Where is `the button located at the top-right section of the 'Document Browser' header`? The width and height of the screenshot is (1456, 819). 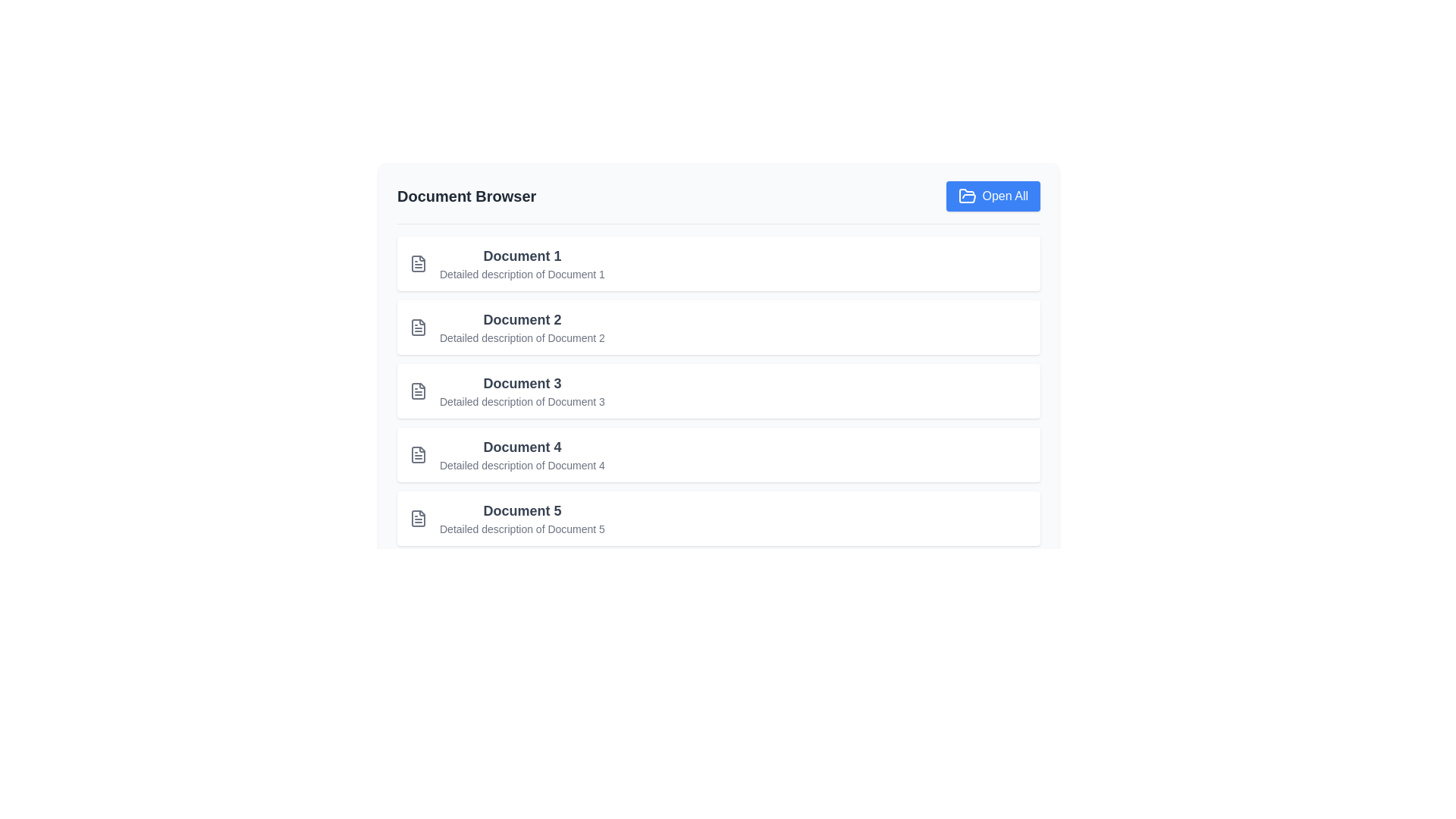 the button located at the top-right section of the 'Document Browser' header is located at coordinates (993, 195).